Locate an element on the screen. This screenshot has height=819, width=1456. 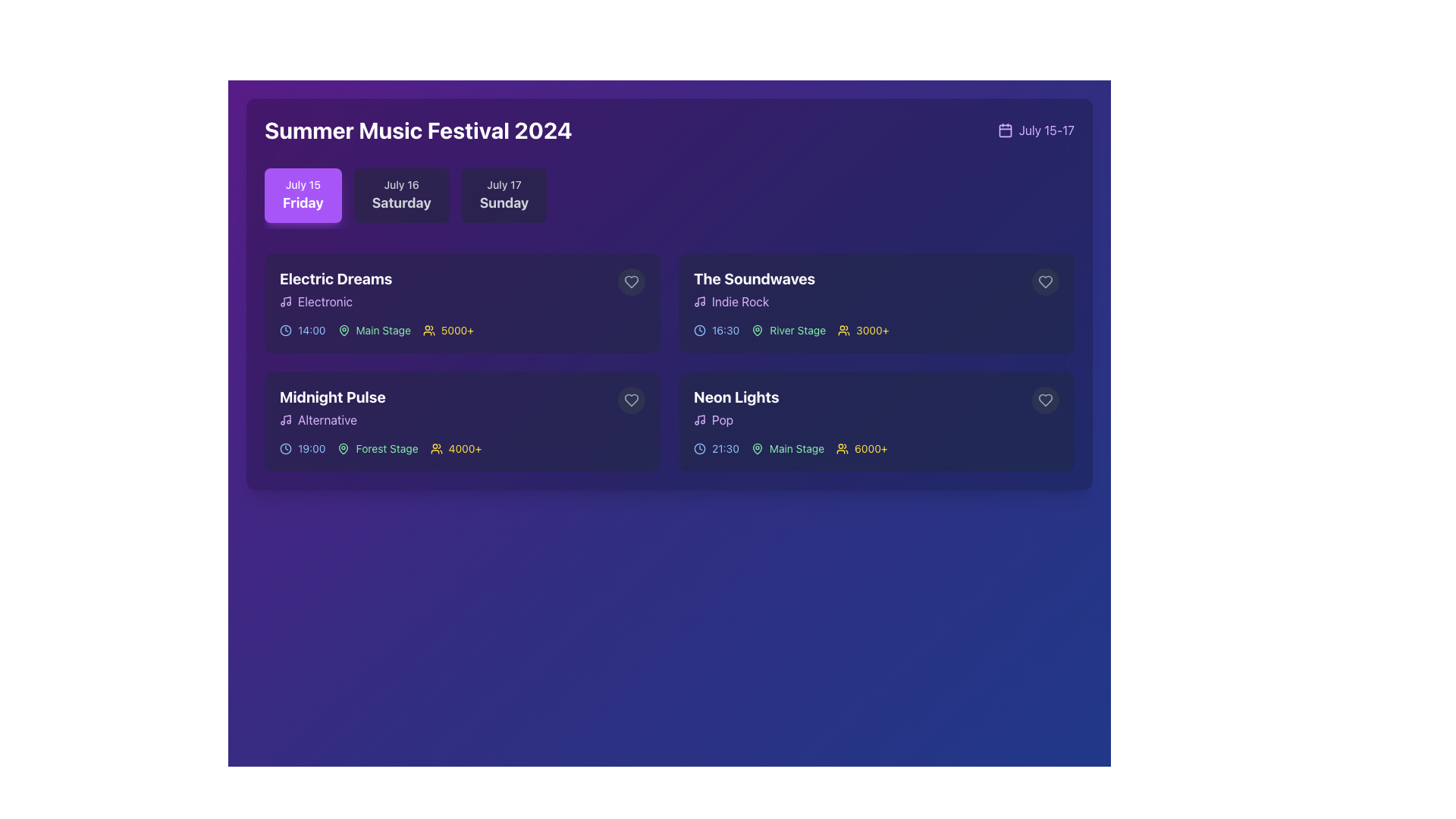
the informative label indicating the scheduled start time of the event 'The Soundwaves', located in the second row, second column of the grid layout, to the left of the stage name 'River Stage' is located at coordinates (716, 329).